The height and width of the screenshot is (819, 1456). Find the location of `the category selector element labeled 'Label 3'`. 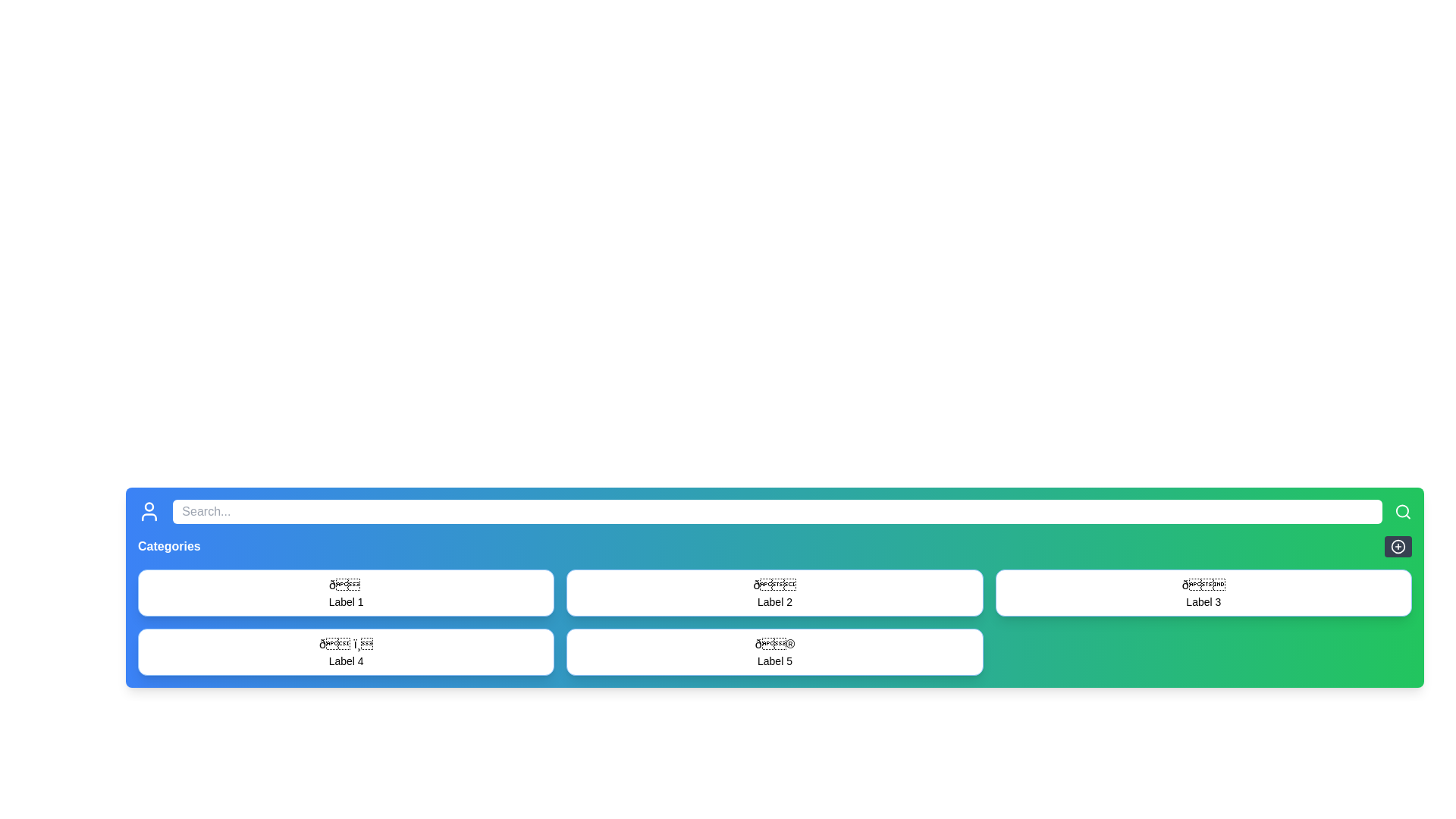

the category selector element labeled 'Label 3' is located at coordinates (1203, 592).